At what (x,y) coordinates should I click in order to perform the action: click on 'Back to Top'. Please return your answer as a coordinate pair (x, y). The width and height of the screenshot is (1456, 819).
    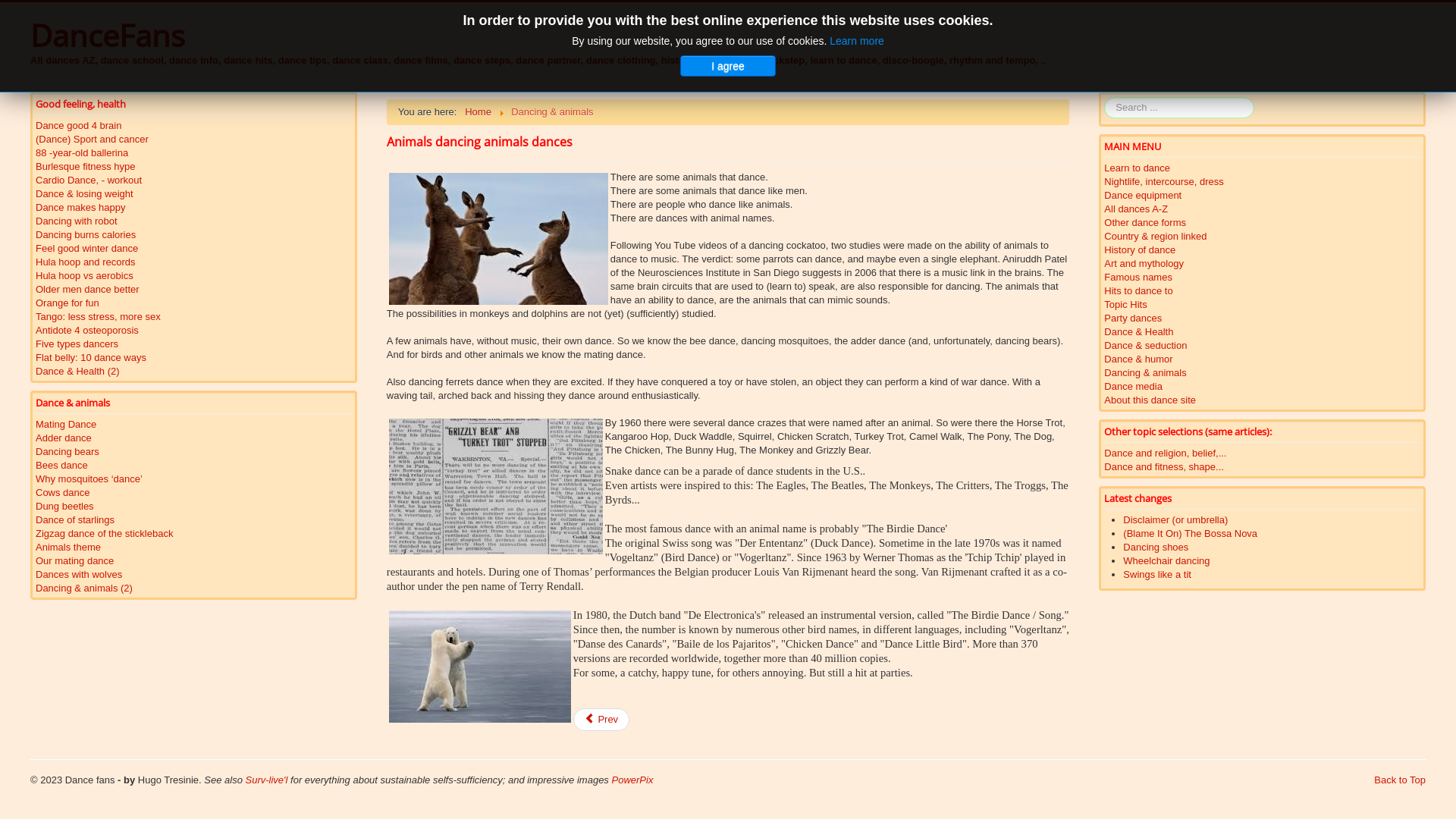
    Looking at the image, I should click on (1399, 780).